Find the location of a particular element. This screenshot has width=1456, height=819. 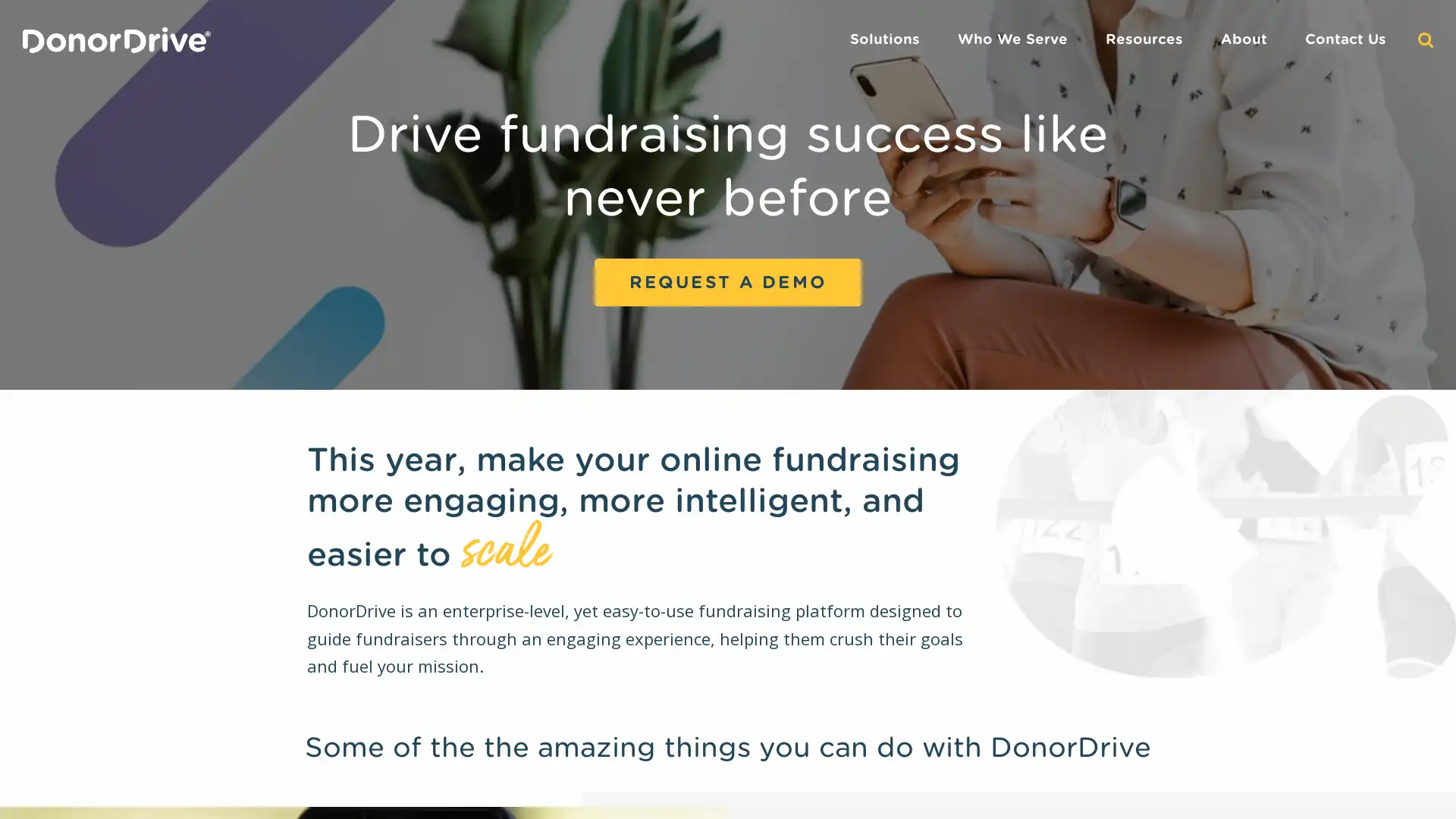

About is located at coordinates (1244, 38).